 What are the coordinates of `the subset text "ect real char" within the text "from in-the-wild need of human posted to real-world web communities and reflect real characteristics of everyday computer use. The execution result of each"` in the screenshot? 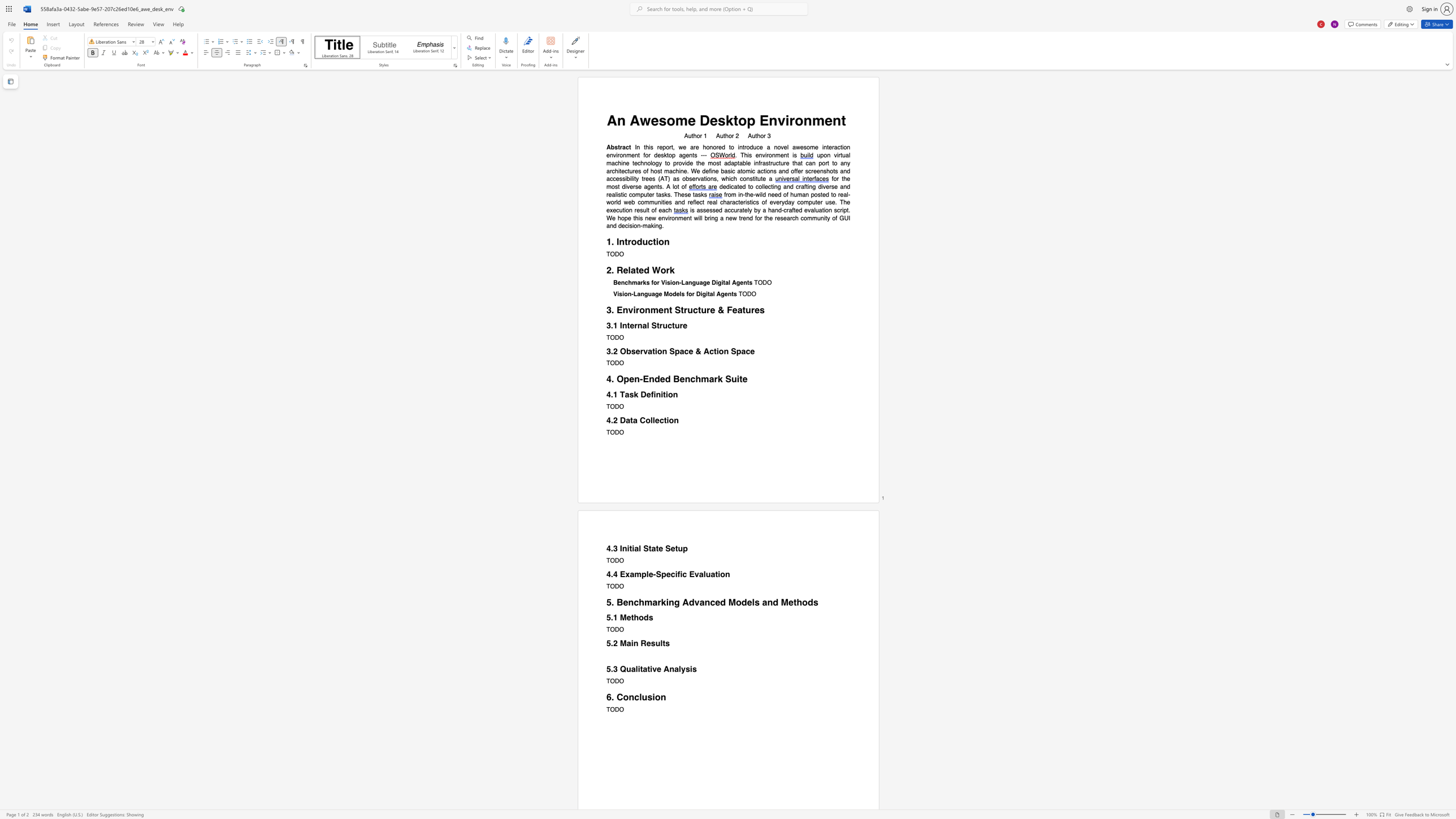 It's located at (696, 202).